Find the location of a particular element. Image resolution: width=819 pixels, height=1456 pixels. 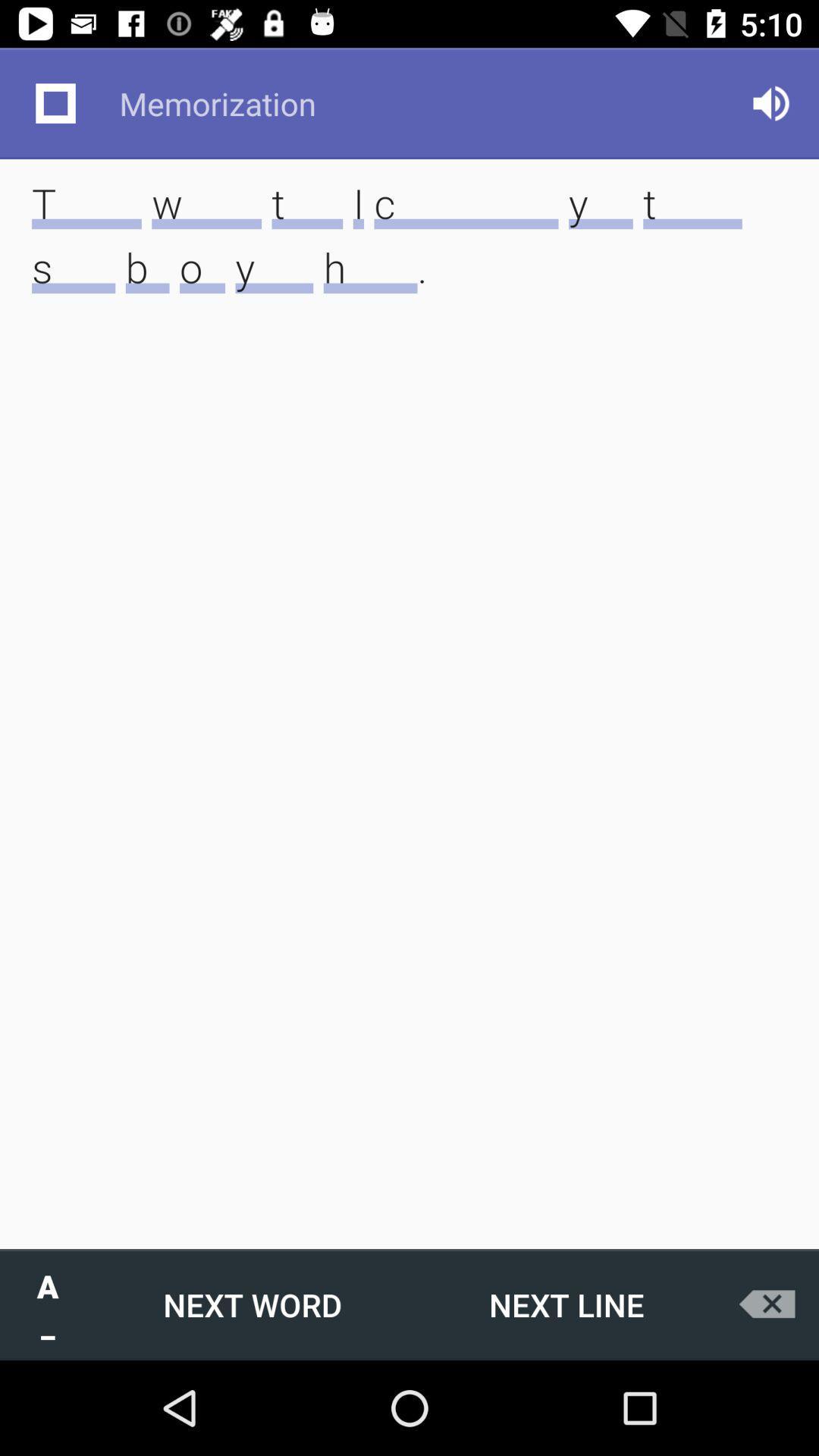

the these words that icon is located at coordinates (409, 259).